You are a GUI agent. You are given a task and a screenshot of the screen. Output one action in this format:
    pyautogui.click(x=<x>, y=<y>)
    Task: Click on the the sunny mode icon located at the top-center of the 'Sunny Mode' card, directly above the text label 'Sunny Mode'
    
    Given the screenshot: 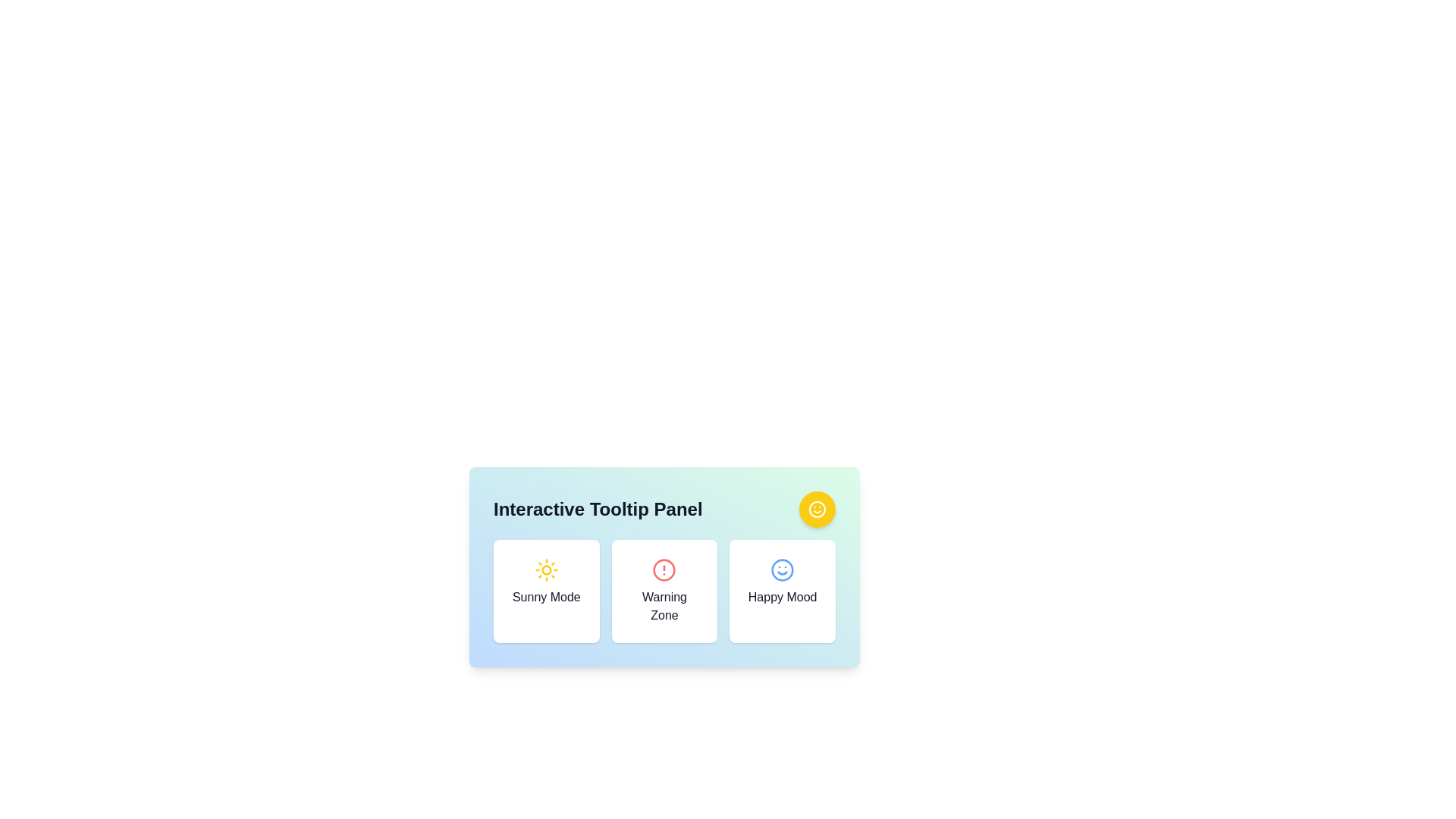 What is the action you would take?
    pyautogui.click(x=546, y=570)
    